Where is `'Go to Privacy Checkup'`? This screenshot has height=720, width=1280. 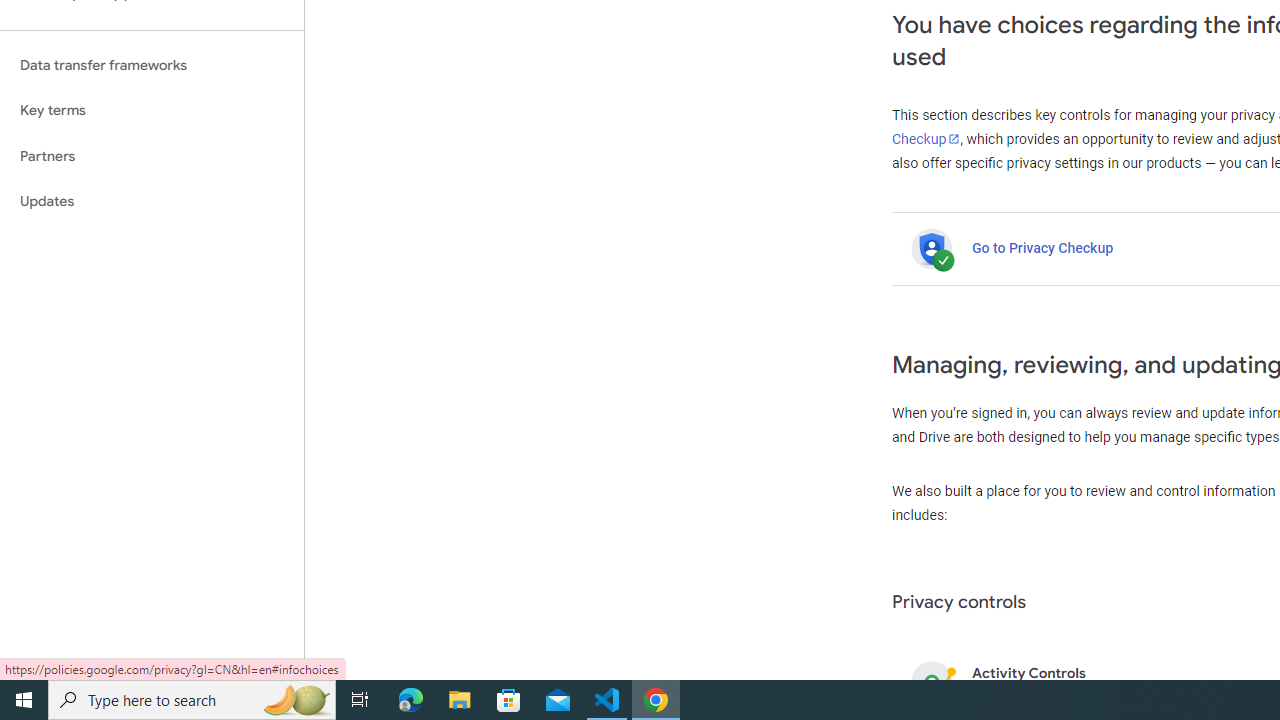
'Go to Privacy Checkup' is located at coordinates (1041, 247).